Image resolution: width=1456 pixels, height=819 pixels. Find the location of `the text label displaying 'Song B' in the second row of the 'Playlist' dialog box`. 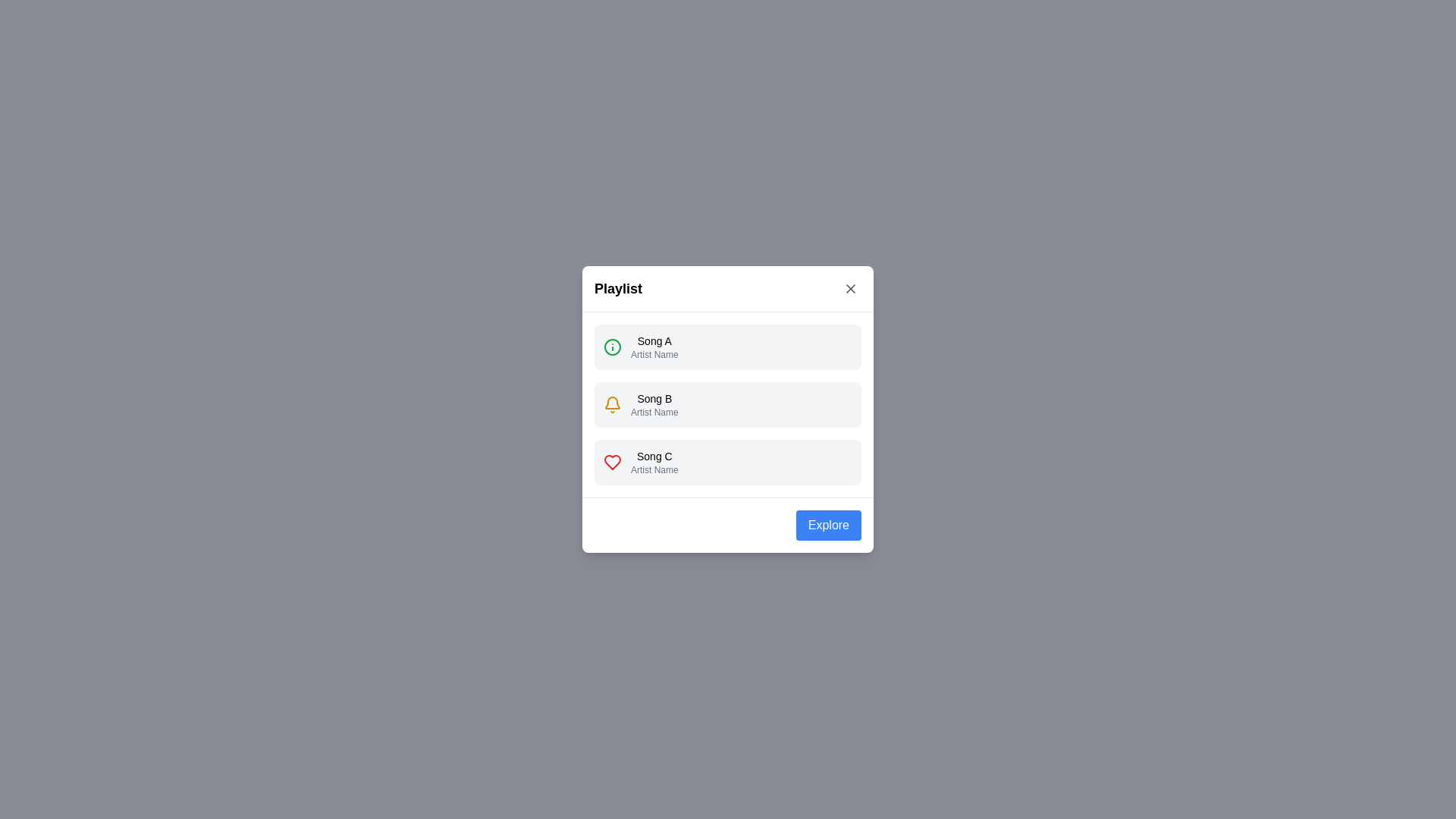

the text label displaying 'Song B' in the second row of the 'Playlist' dialog box is located at coordinates (654, 397).